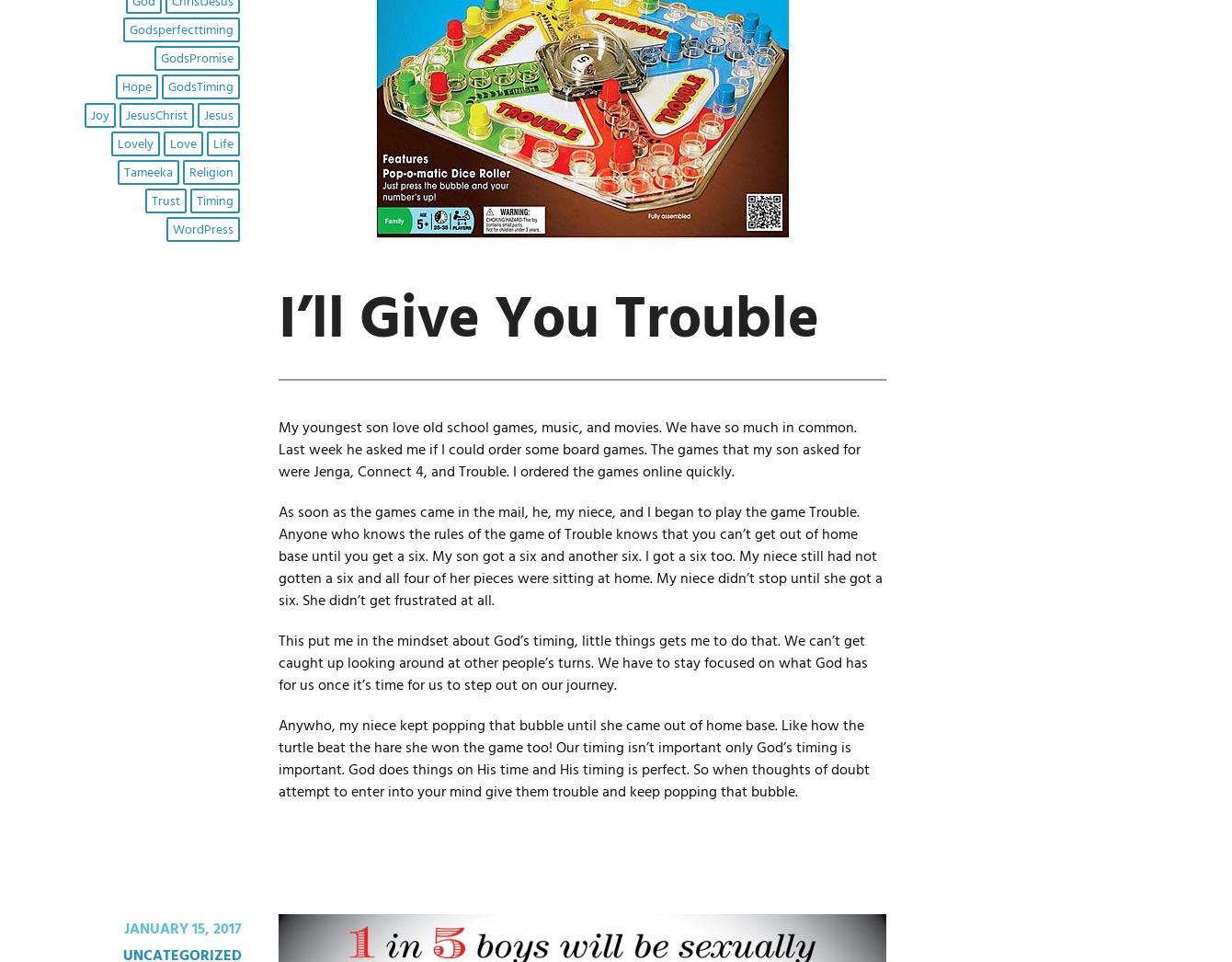 The image size is (1232, 962). I want to click on 'I’ll Give You Trouble', so click(547, 319).